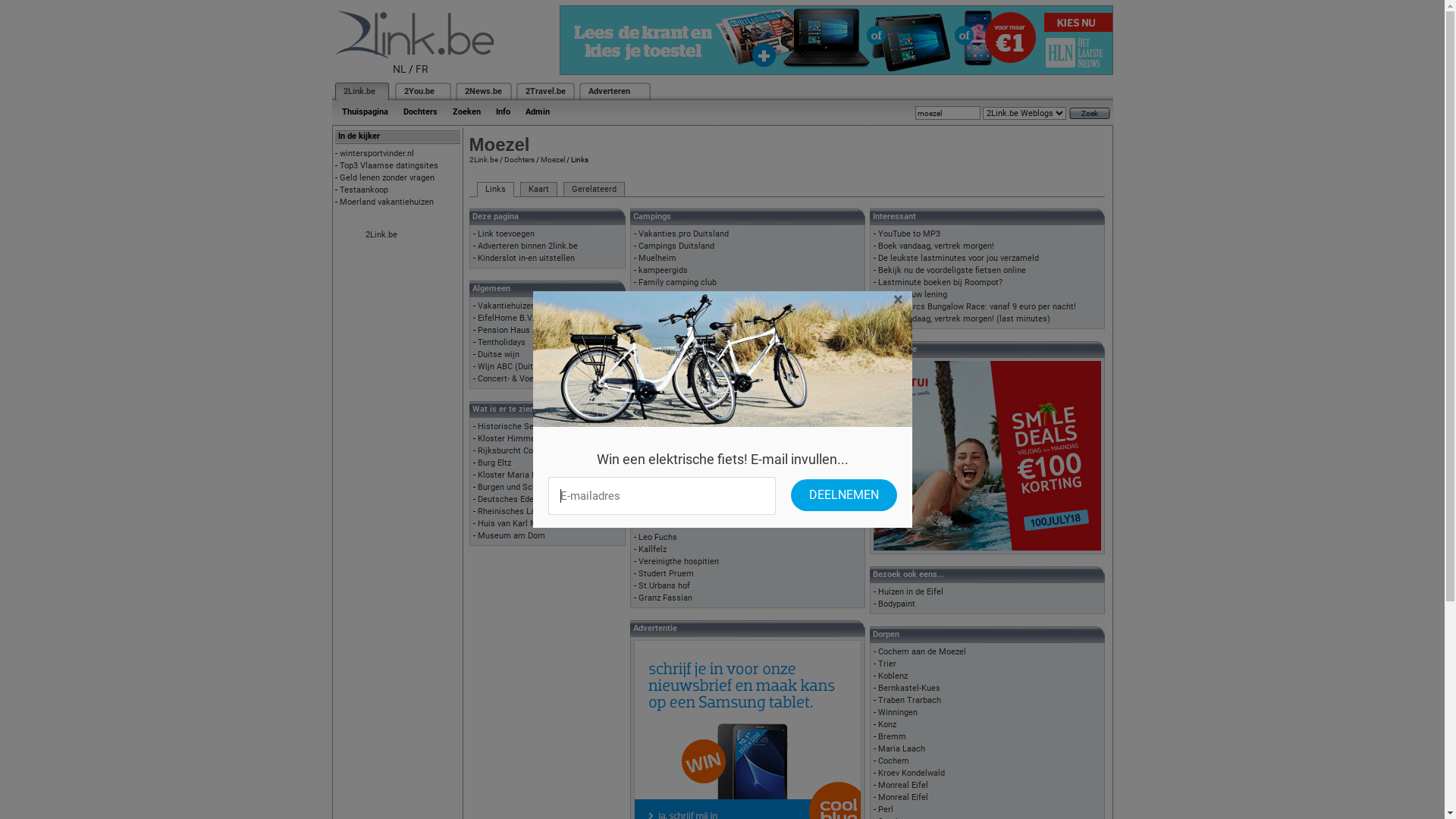  Describe the element at coordinates (551, 159) in the screenshot. I see `'Moezel'` at that location.